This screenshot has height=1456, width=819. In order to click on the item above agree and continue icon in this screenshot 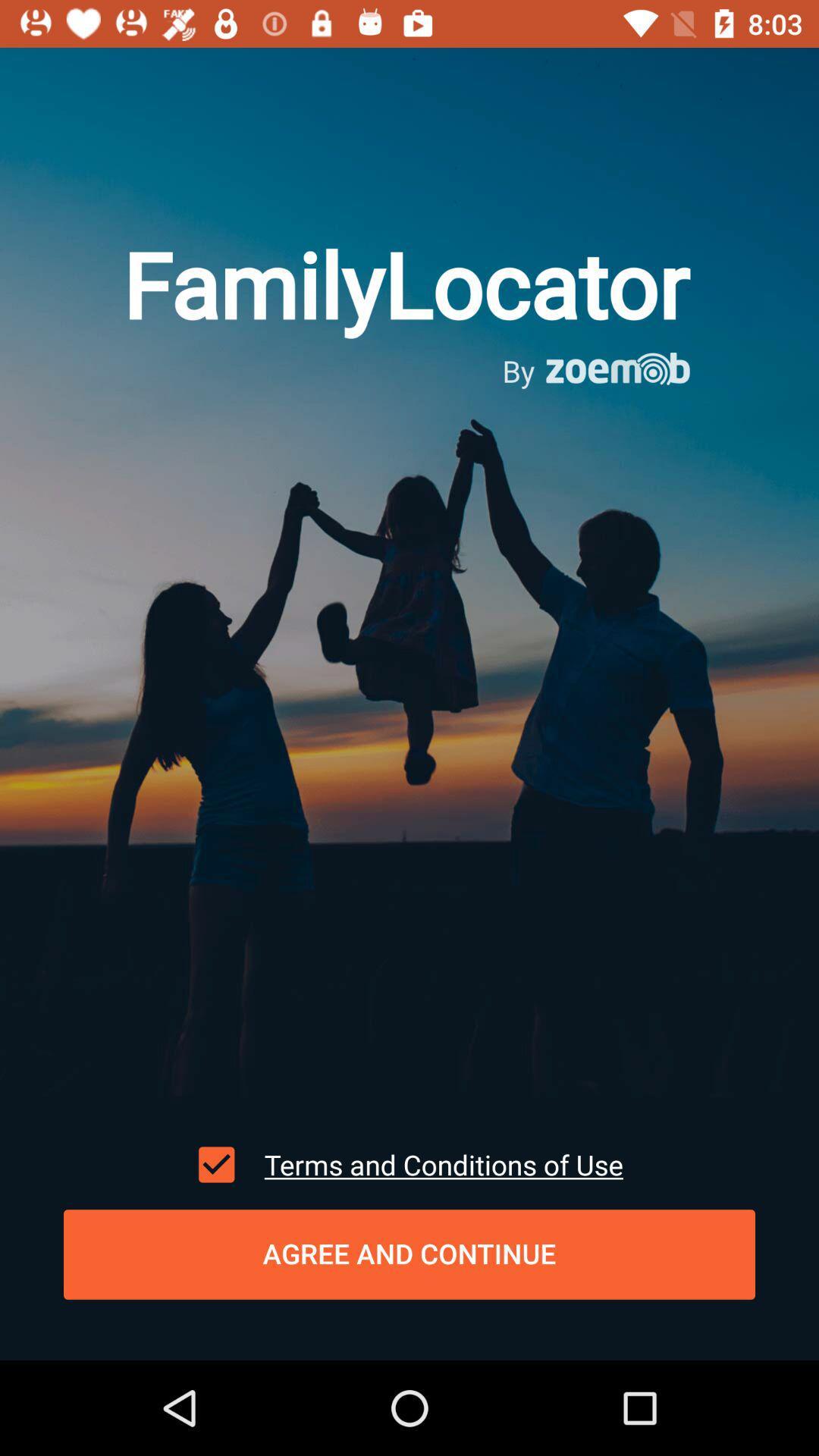, I will do `click(216, 1164)`.